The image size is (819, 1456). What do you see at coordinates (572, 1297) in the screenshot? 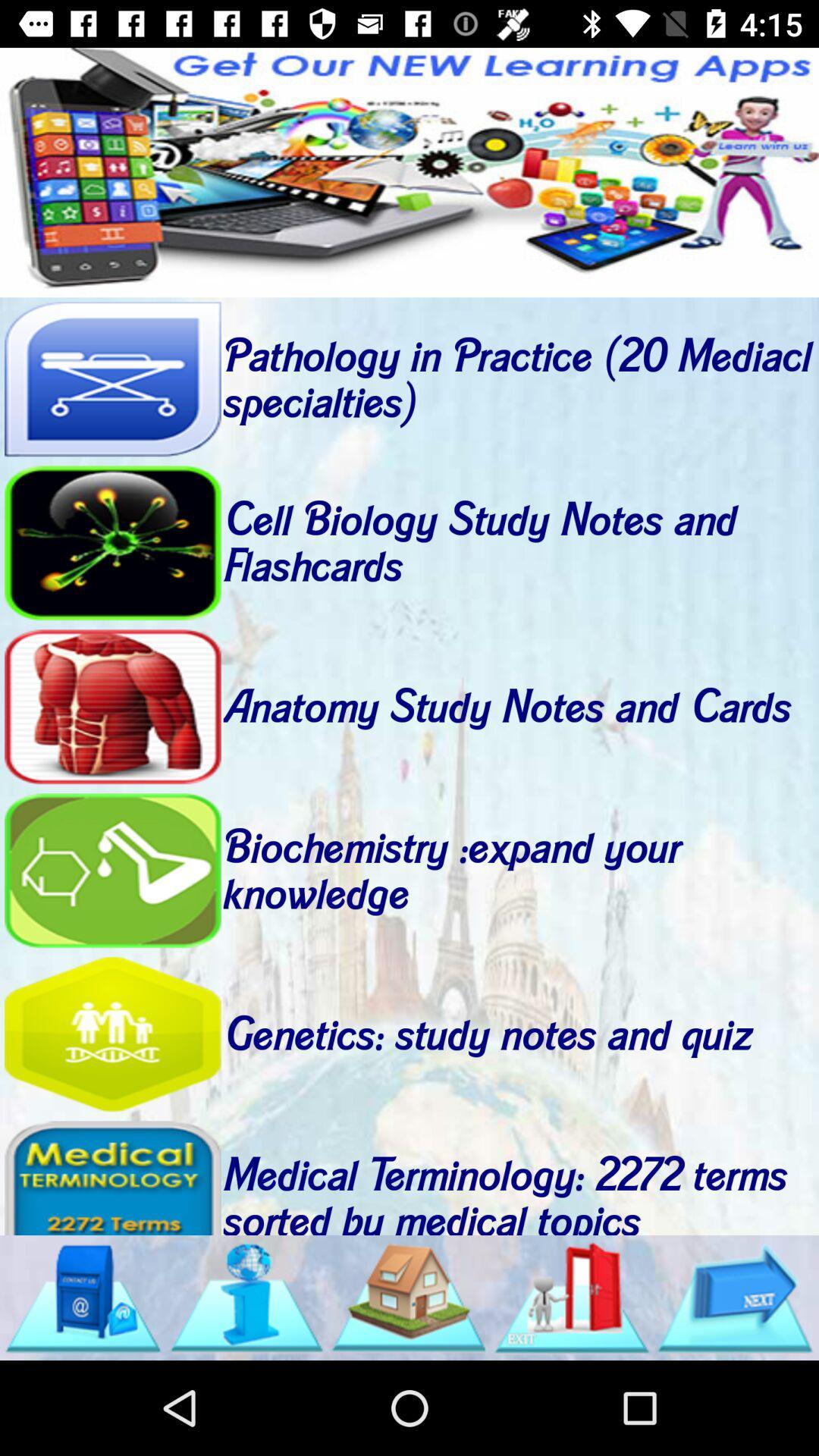
I see `the delete icon` at bounding box center [572, 1297].